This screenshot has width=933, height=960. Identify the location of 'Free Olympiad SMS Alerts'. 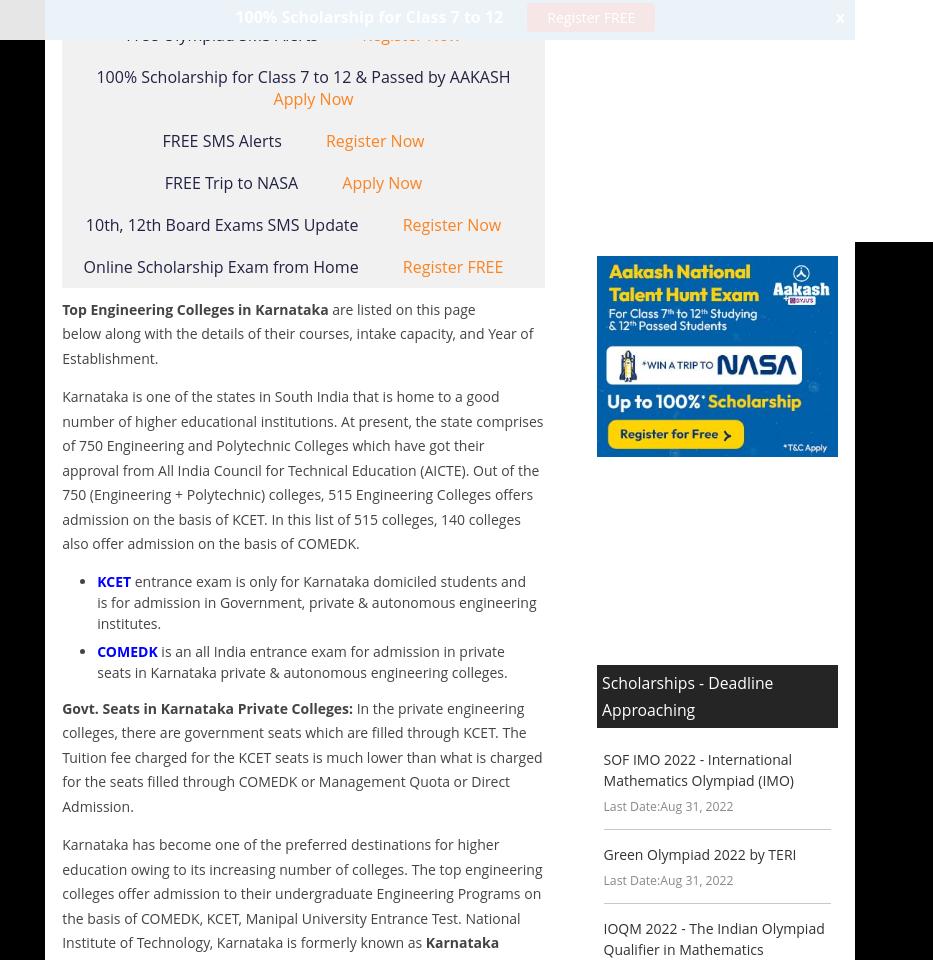
(223, 32).